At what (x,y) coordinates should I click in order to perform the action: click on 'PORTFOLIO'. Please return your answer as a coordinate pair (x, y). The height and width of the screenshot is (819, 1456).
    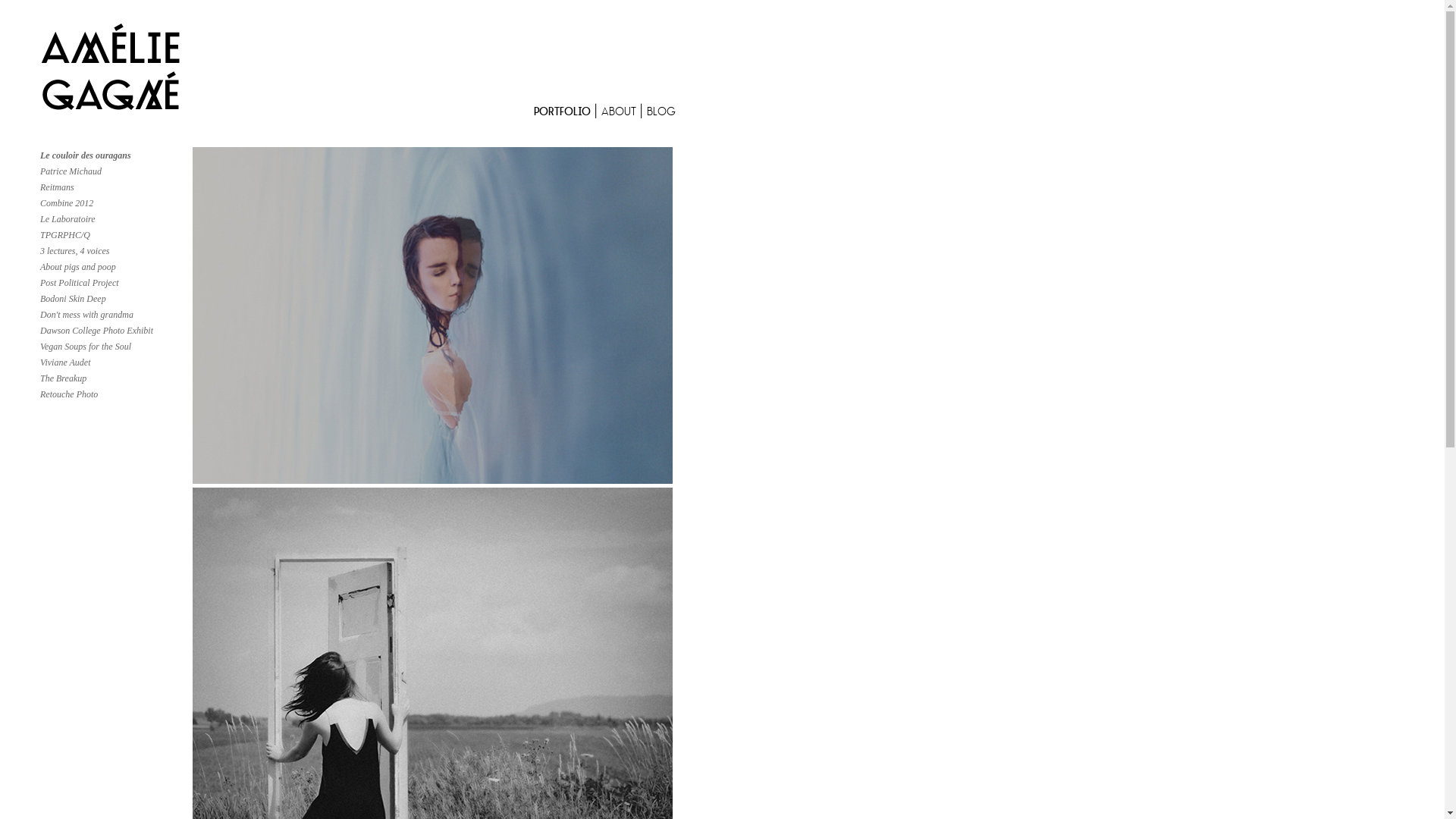
    Looking at the image, I should click on (563, 111).